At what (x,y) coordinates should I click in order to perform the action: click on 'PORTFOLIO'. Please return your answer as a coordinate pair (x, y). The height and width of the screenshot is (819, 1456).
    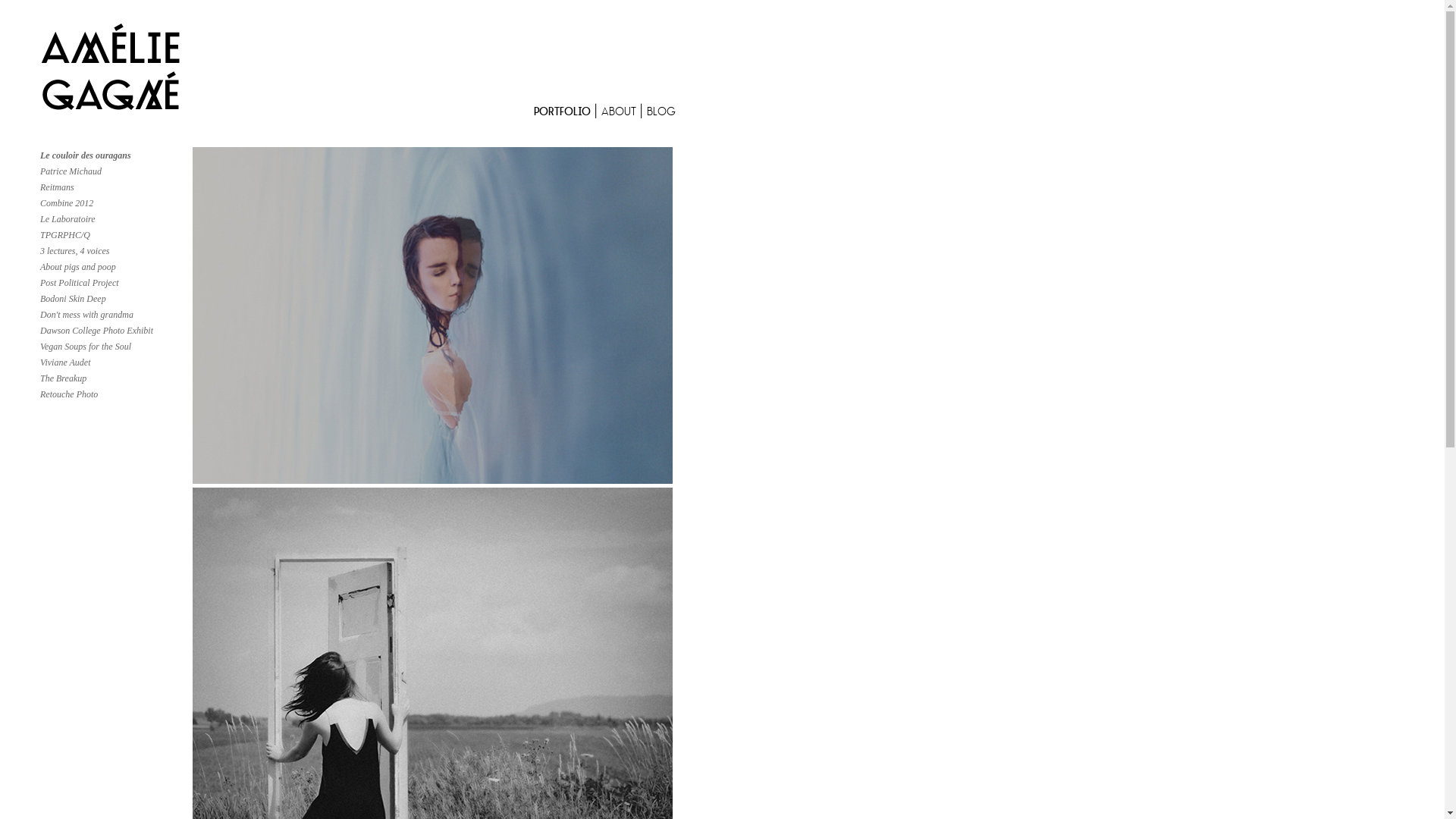
    Looking at the image, I should click on (563, 111).